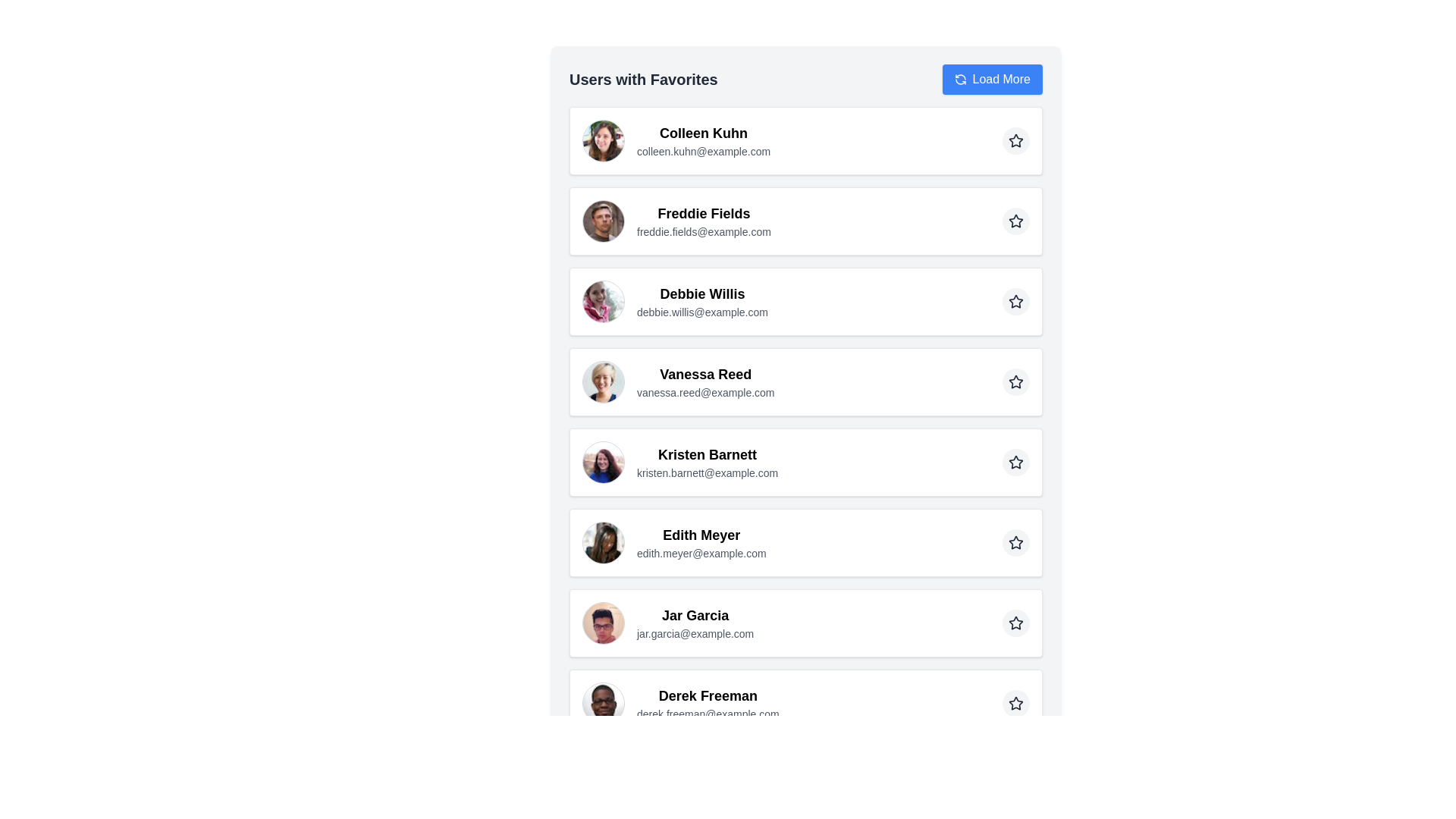  What do you see at coordinates (1015, 140) in the screenshot?
I see `the star icon button with a hollow center and gray stroke outline, located in the topmost row of the user list to the far-right side` at bounding box center [1015, 140].